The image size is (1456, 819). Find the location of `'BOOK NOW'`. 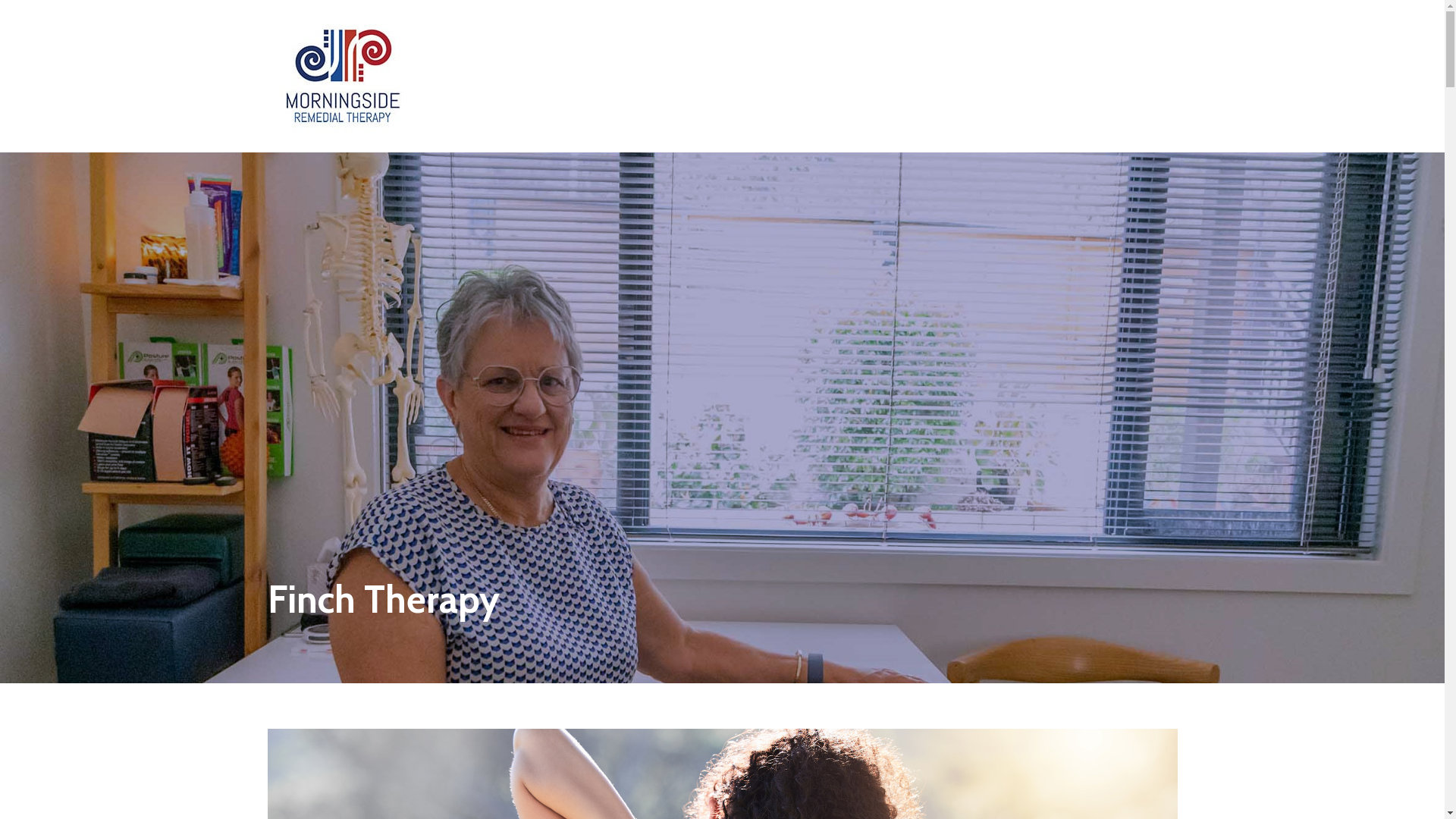

'BOOK NOW' is located at coordinates (1099, 34).